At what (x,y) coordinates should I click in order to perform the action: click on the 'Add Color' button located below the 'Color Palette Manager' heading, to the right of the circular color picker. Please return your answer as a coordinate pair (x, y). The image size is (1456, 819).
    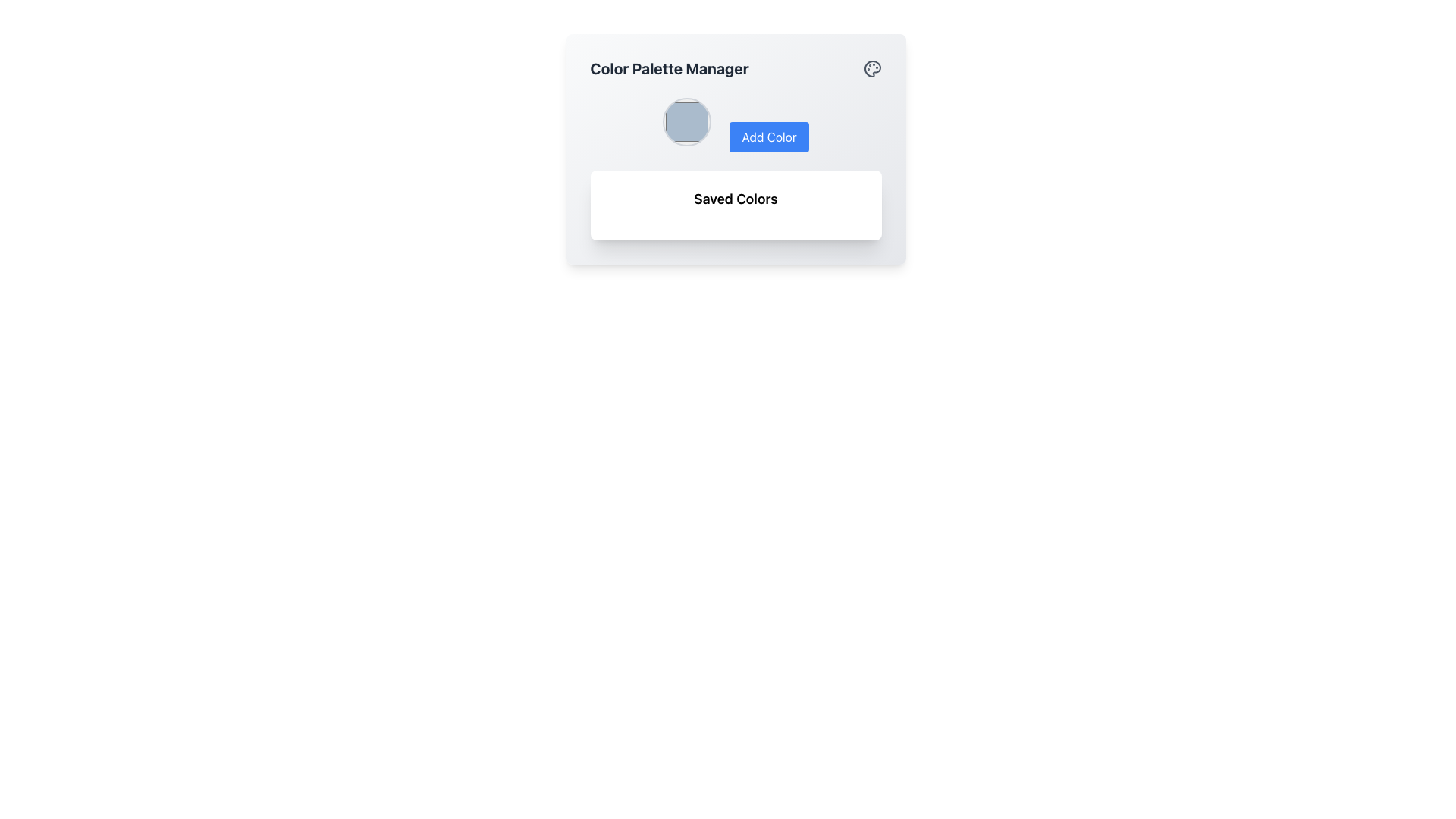
    Looking at the image, I should click on (736, 124).